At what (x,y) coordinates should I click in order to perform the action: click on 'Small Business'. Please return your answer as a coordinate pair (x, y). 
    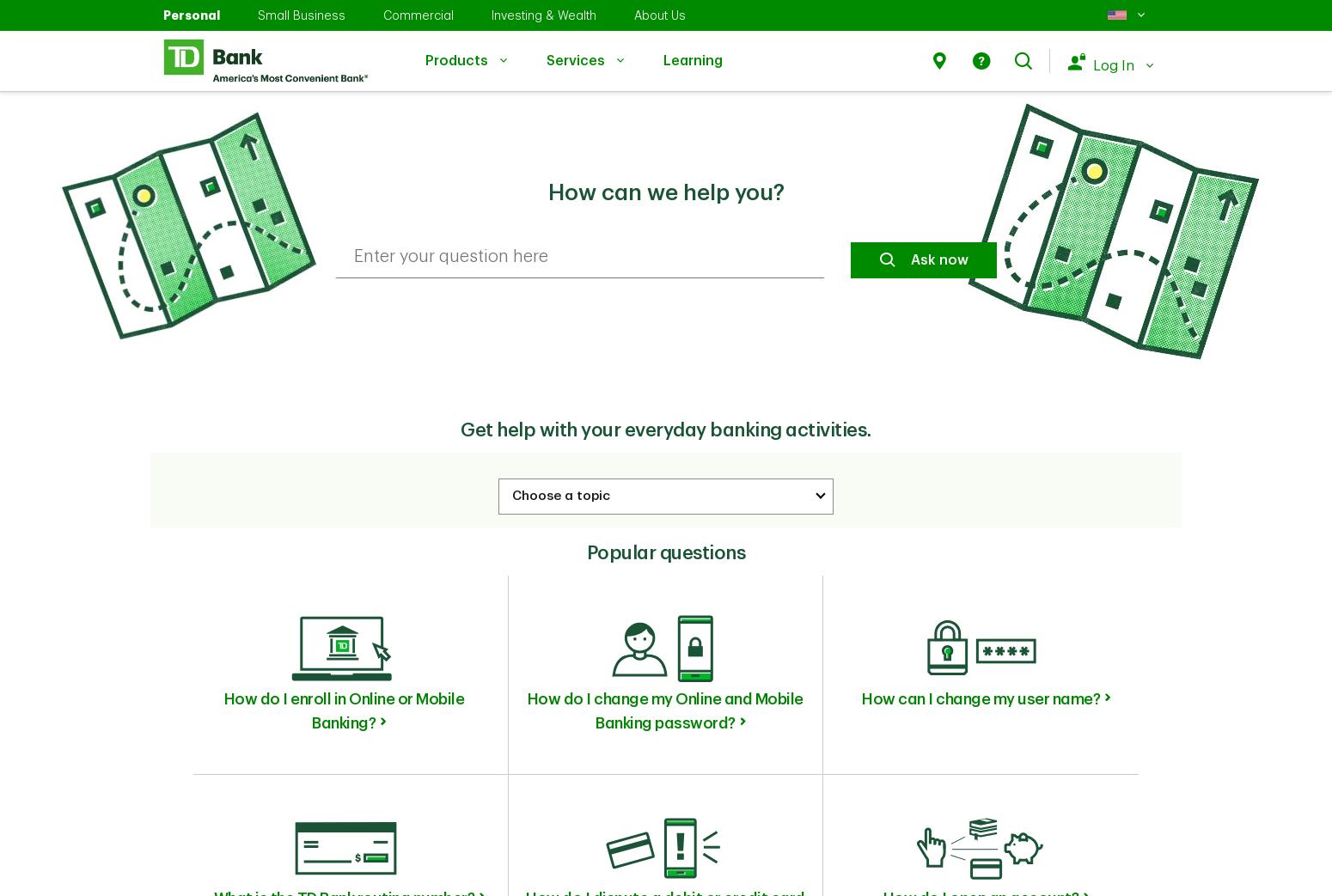
    Looking at the image, I should click on (301, 15).